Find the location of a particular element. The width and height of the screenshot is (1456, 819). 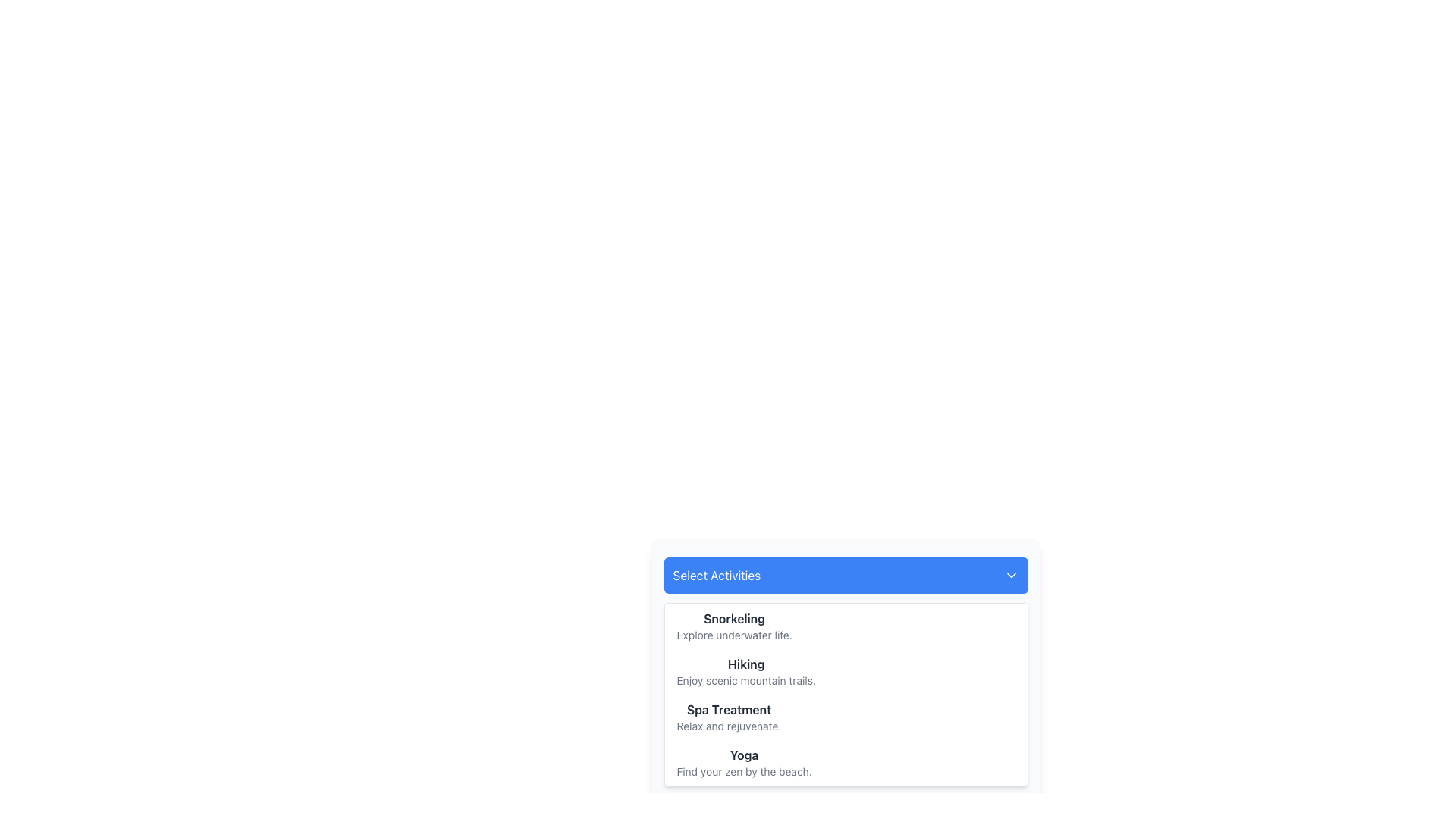

the fourth list item titled 'Yoga' in the dropdown menu is located at coordinates (744, 763).